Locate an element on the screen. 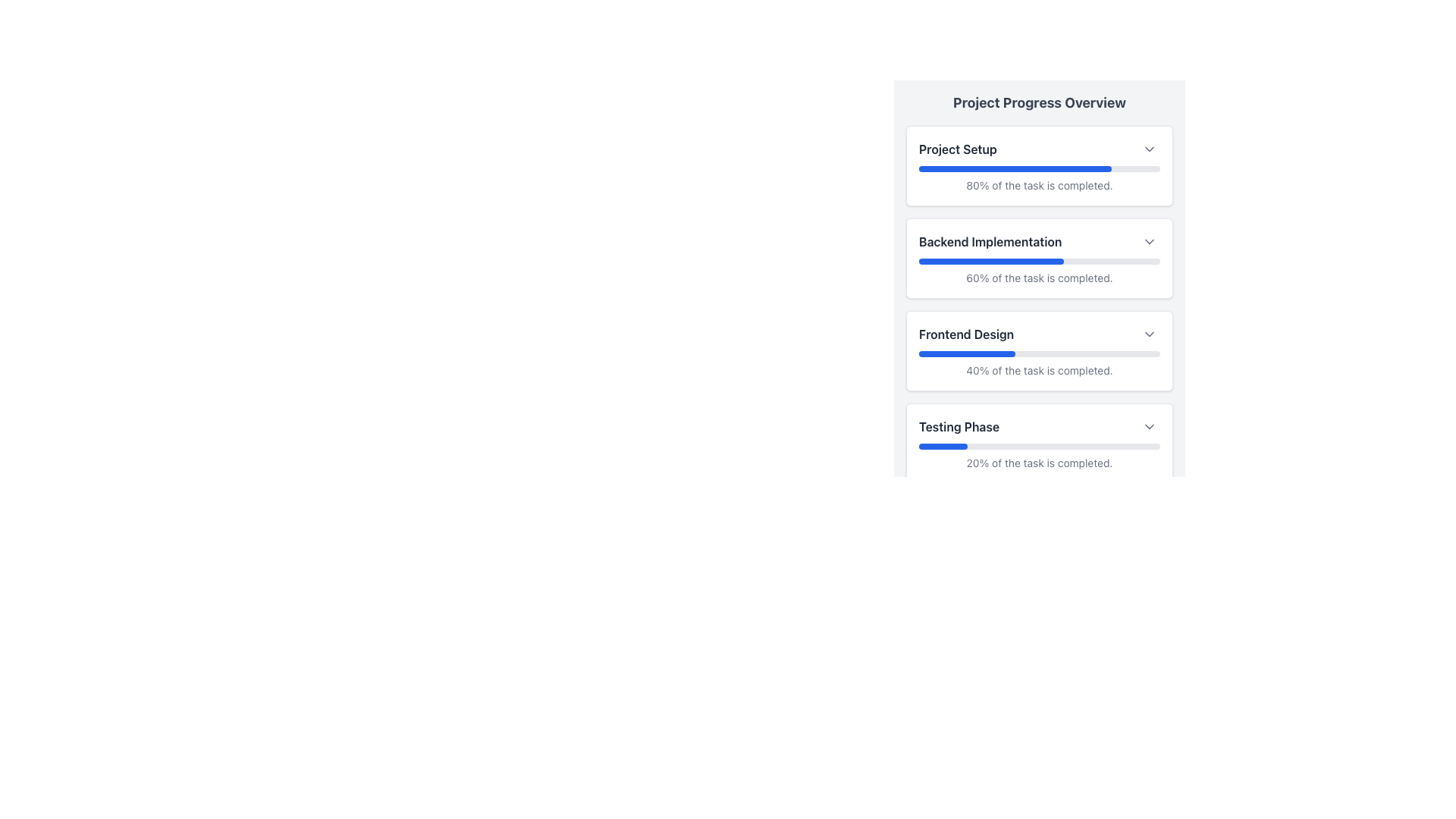 This screenshot has height=819, width=1456. the chevron icon located on the right side of the row for 'Frontend Design' is located at coordinates (1150, 333).